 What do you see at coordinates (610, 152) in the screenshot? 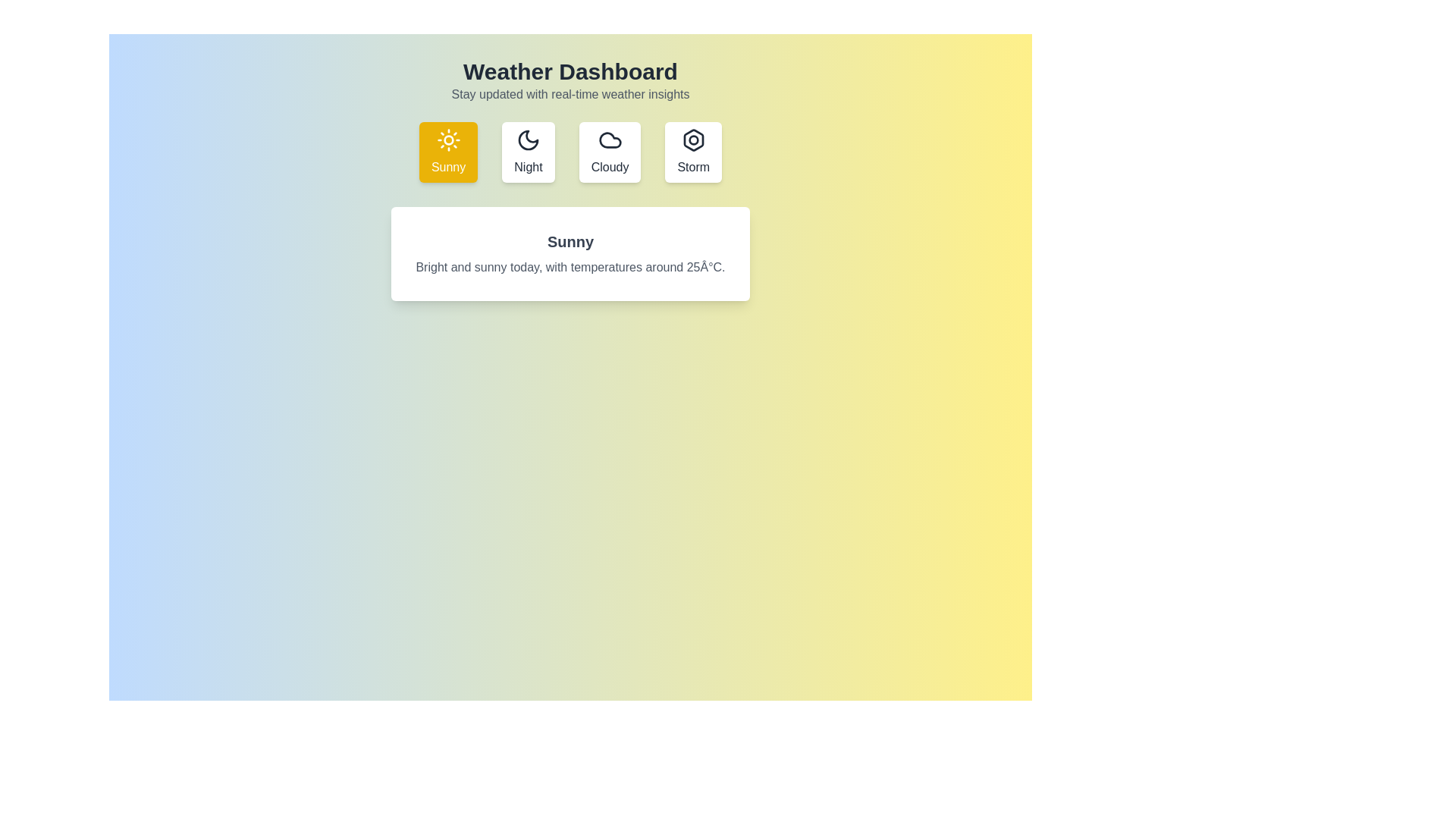
I see `the Cloudy weather condition tab` at bounding box center [610, 152].